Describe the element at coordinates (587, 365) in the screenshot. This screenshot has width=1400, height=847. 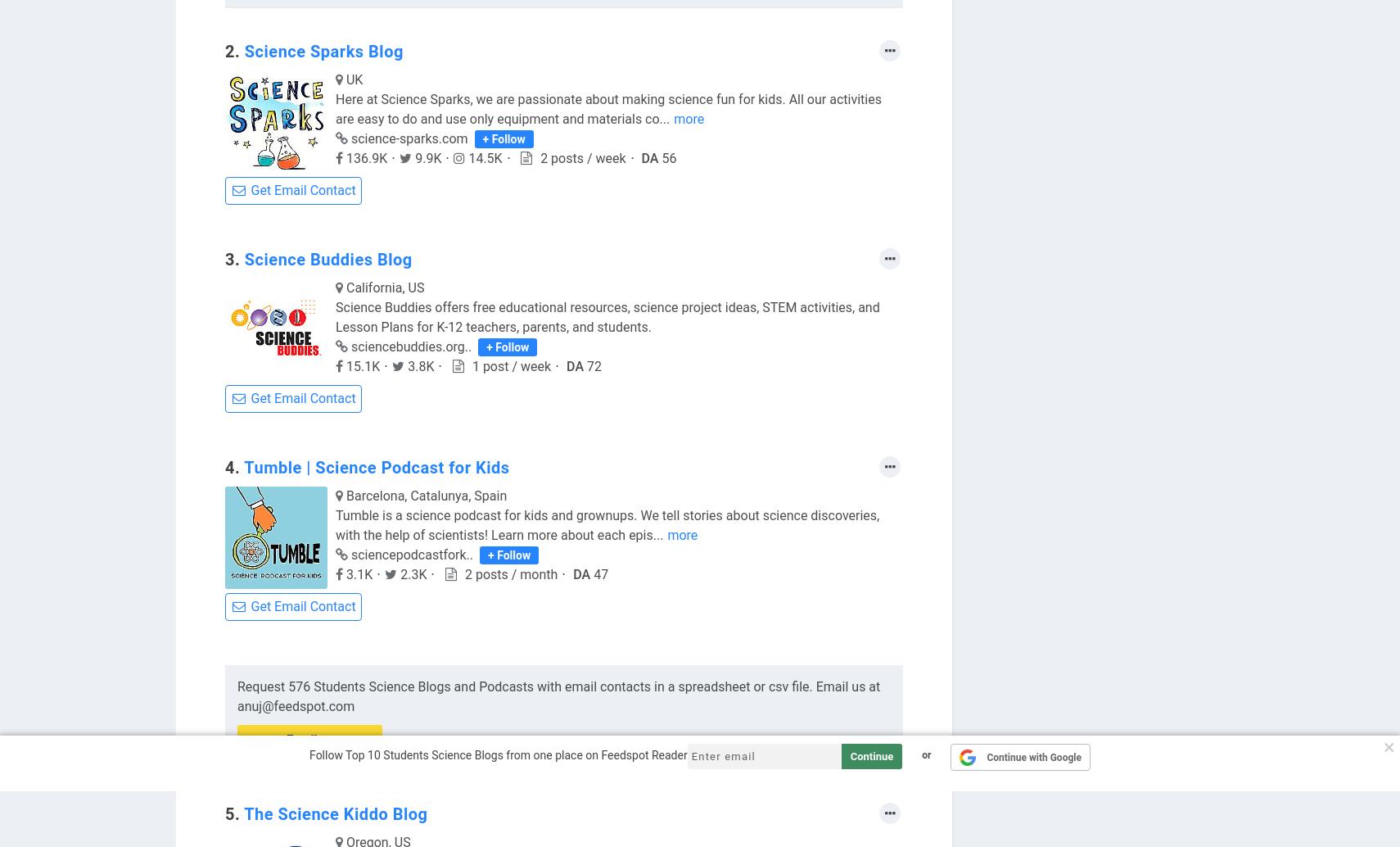
I see `'72'` at that location.